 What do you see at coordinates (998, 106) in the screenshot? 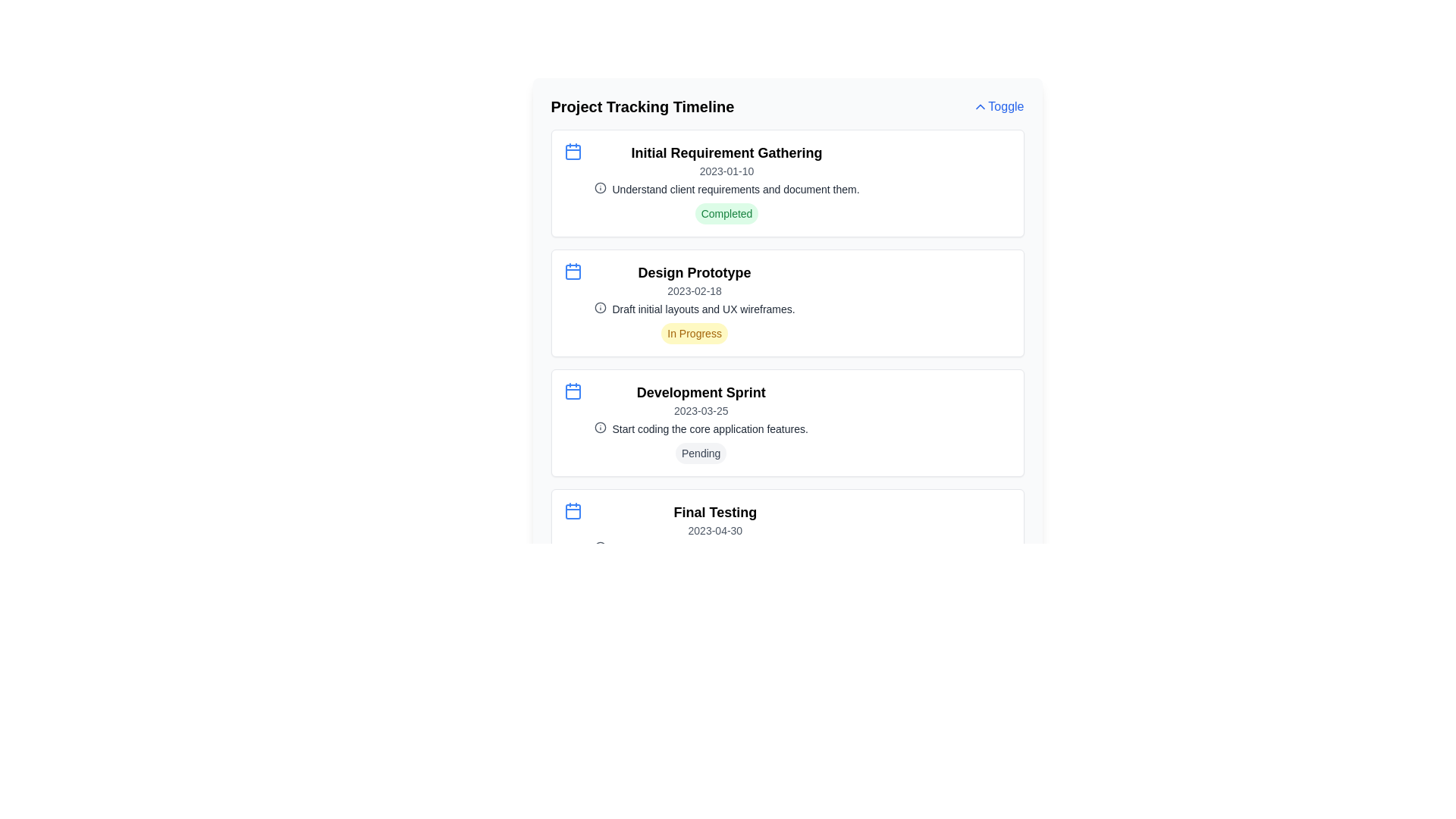
I see `the button located to the right of the text 'Project Tracking Timeline' to change the text color` at bounding box center [998, 106].